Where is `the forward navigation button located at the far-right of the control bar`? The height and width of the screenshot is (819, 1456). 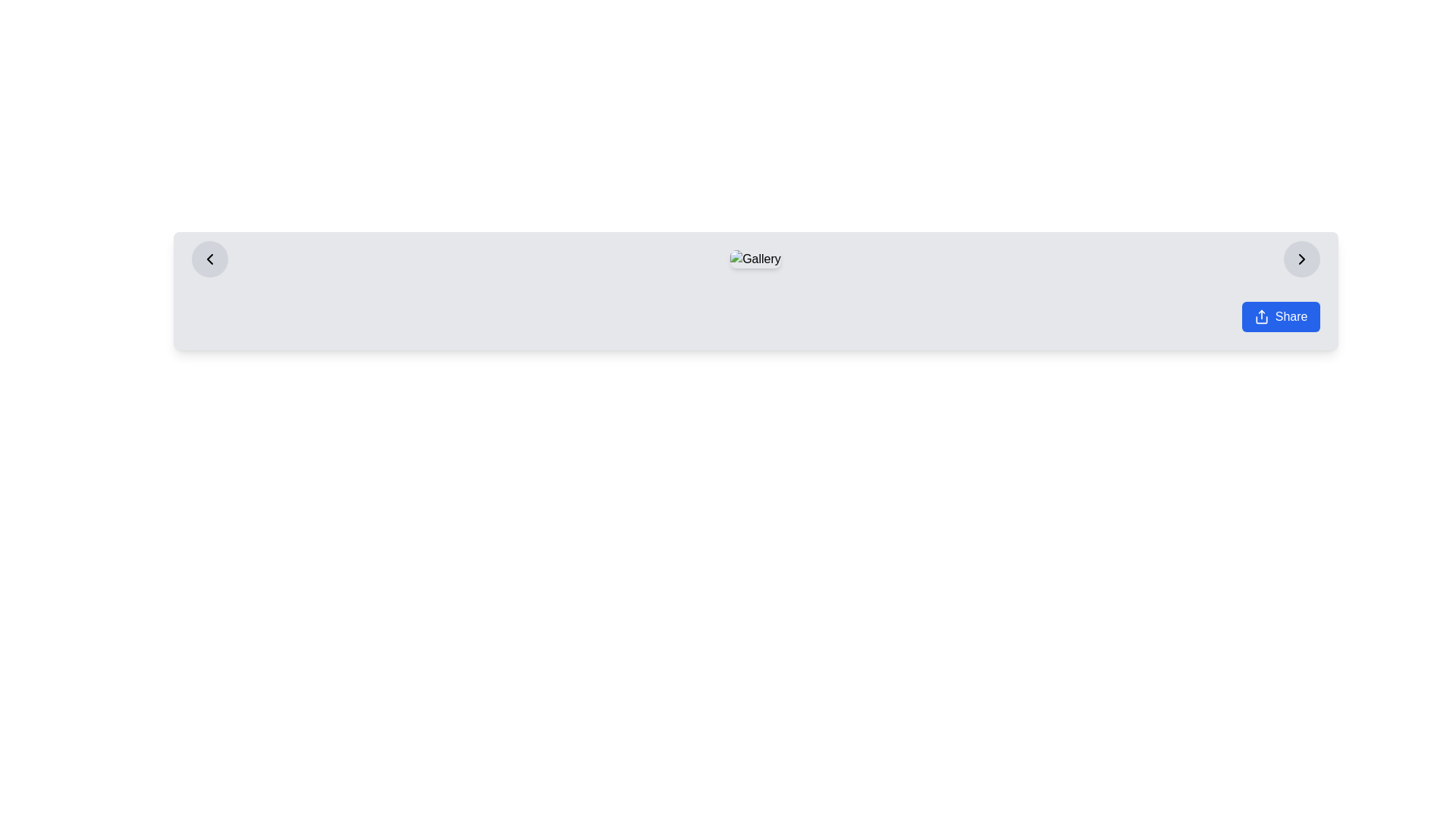
the forward navigation button located at the far-right of the control bar is located at coordinates (1301, 259).